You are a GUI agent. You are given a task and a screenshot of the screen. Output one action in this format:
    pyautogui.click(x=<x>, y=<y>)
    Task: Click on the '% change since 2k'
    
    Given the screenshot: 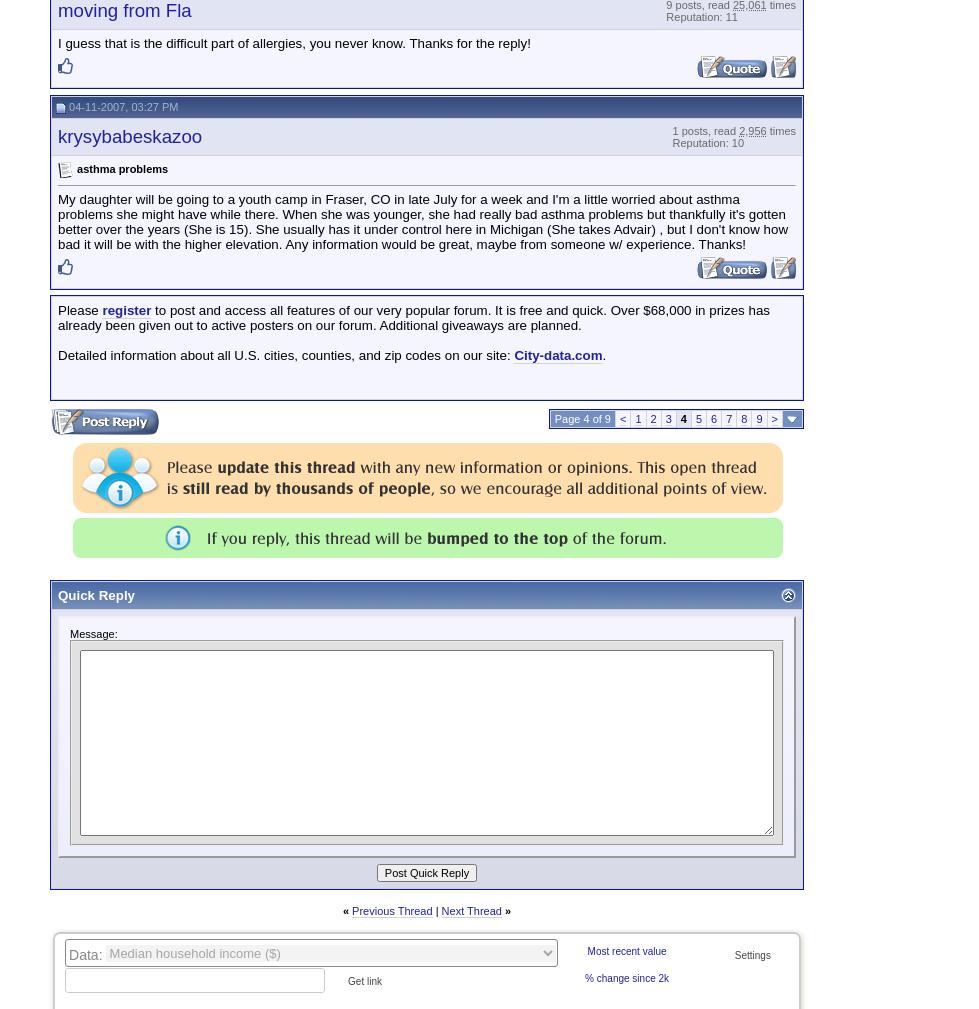 What is the action you would take?
    pyautogui.click(x=625, y=978)
    